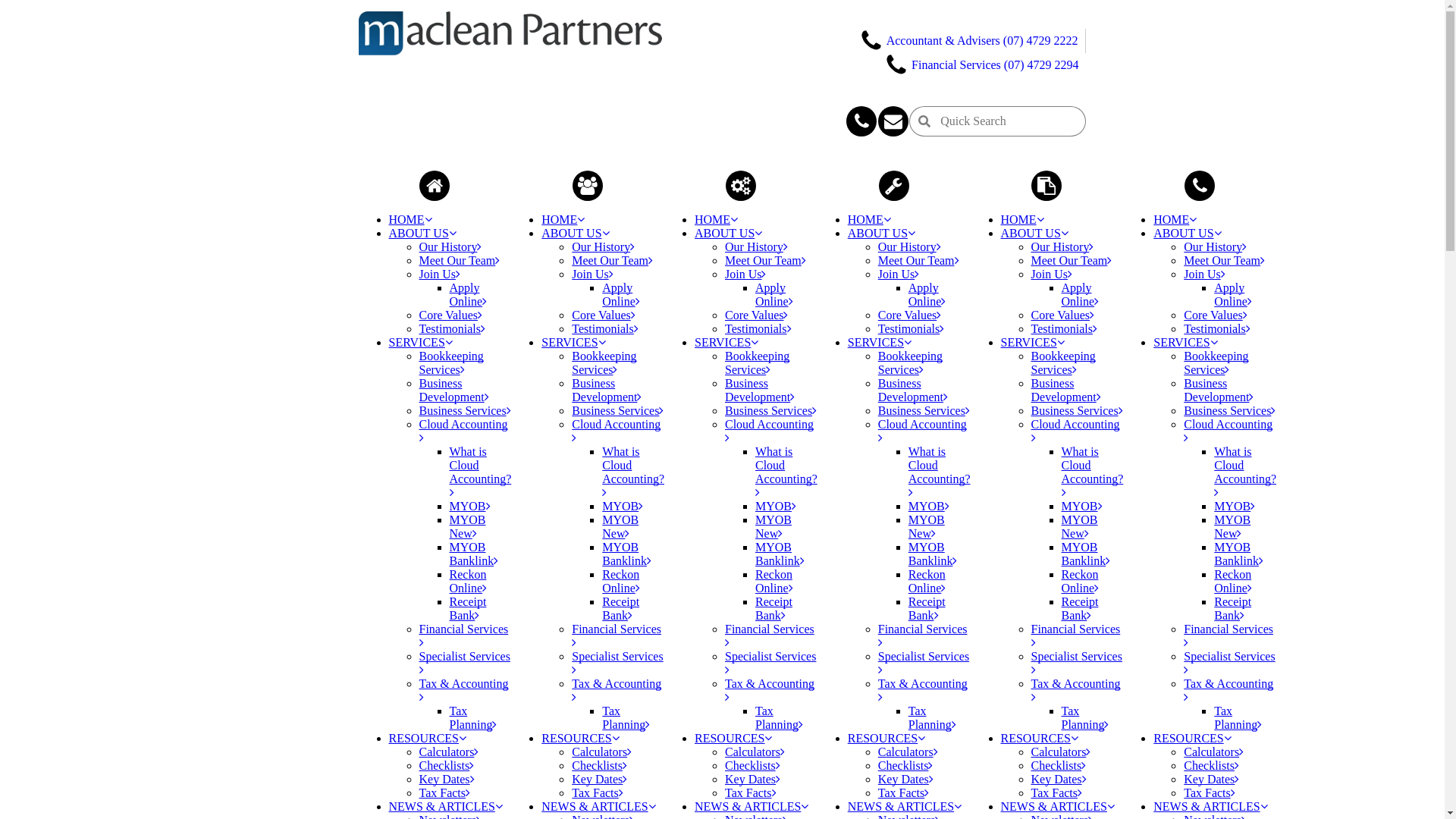 The image size is (1456, 819). Describe the element at coordinates (570, 662) in the screenshot. I see `'Specialist Services'` at that location.